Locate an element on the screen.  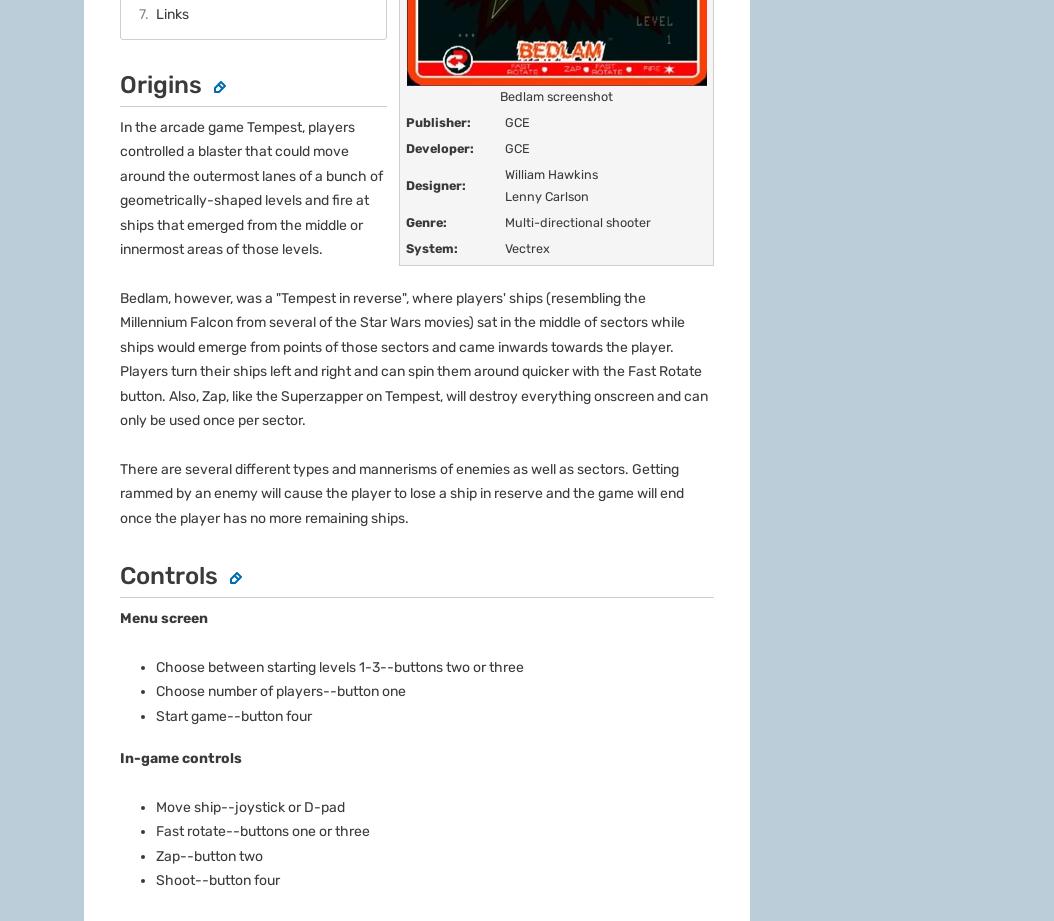
'About' is located at coordinates (101, 409).